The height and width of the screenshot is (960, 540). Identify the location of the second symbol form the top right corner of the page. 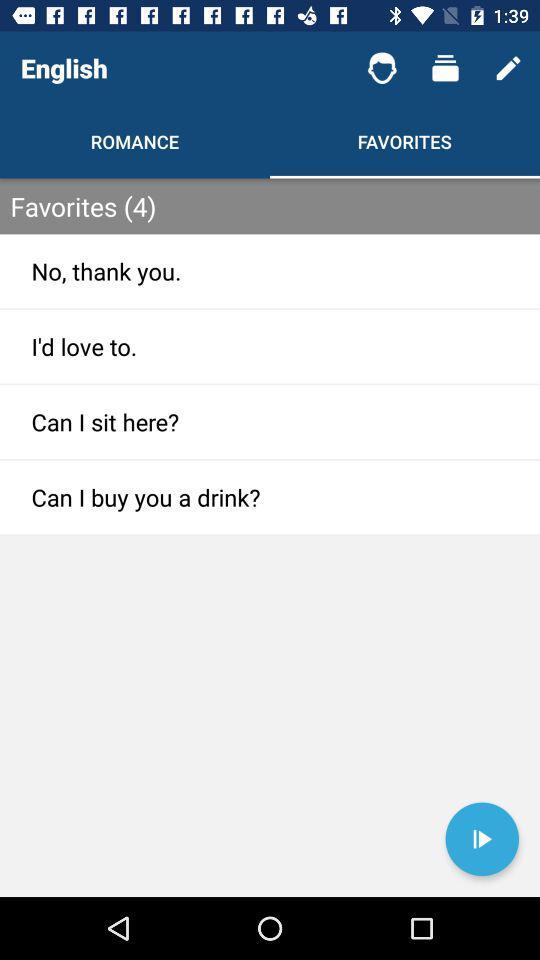
(445, 68).